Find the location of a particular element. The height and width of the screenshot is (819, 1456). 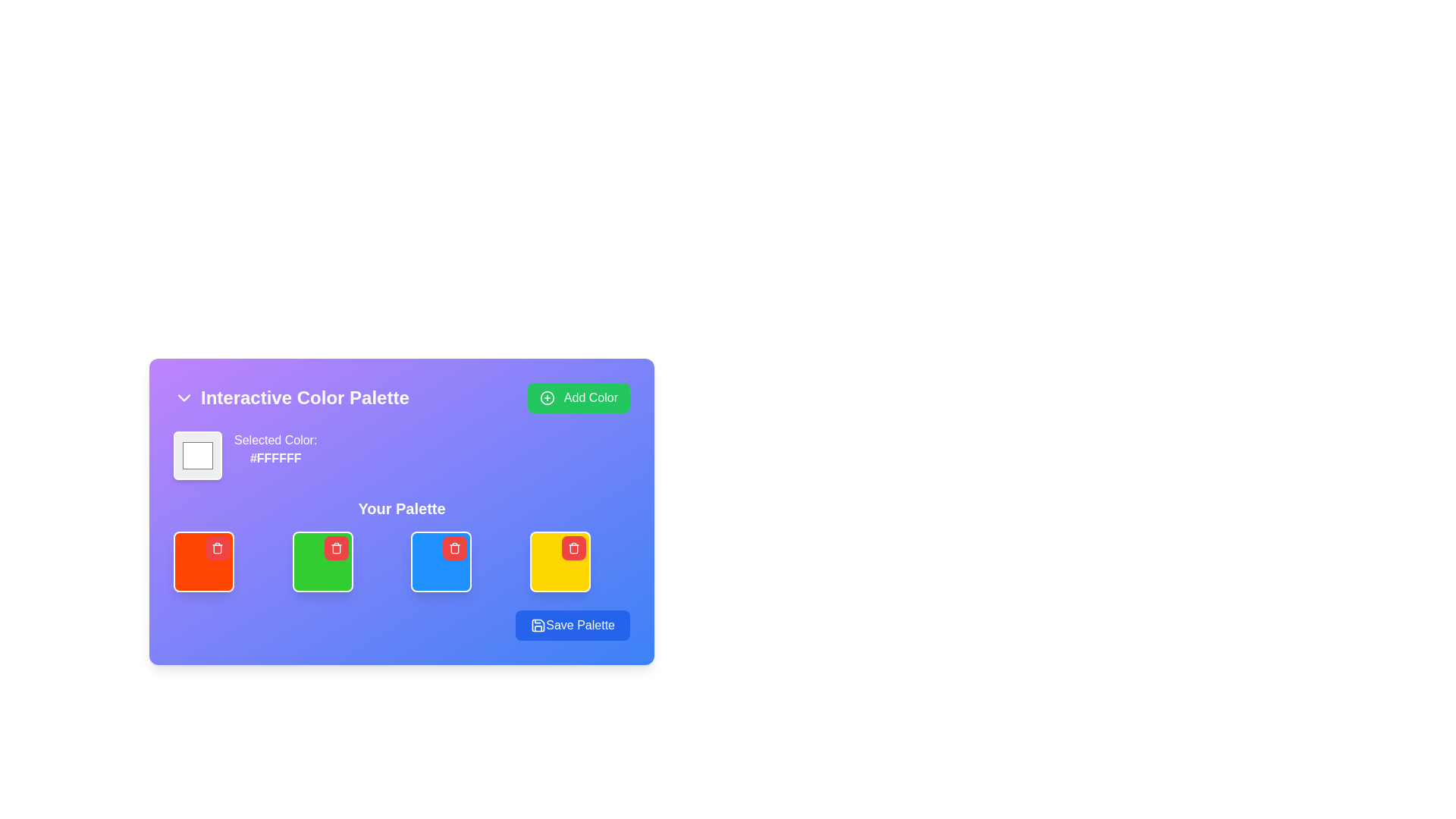

the SVG circle component of the plus button icon located at the top-right corner of the interface, near the 'Add Color' button's label area is located at coordinates (546, 397).